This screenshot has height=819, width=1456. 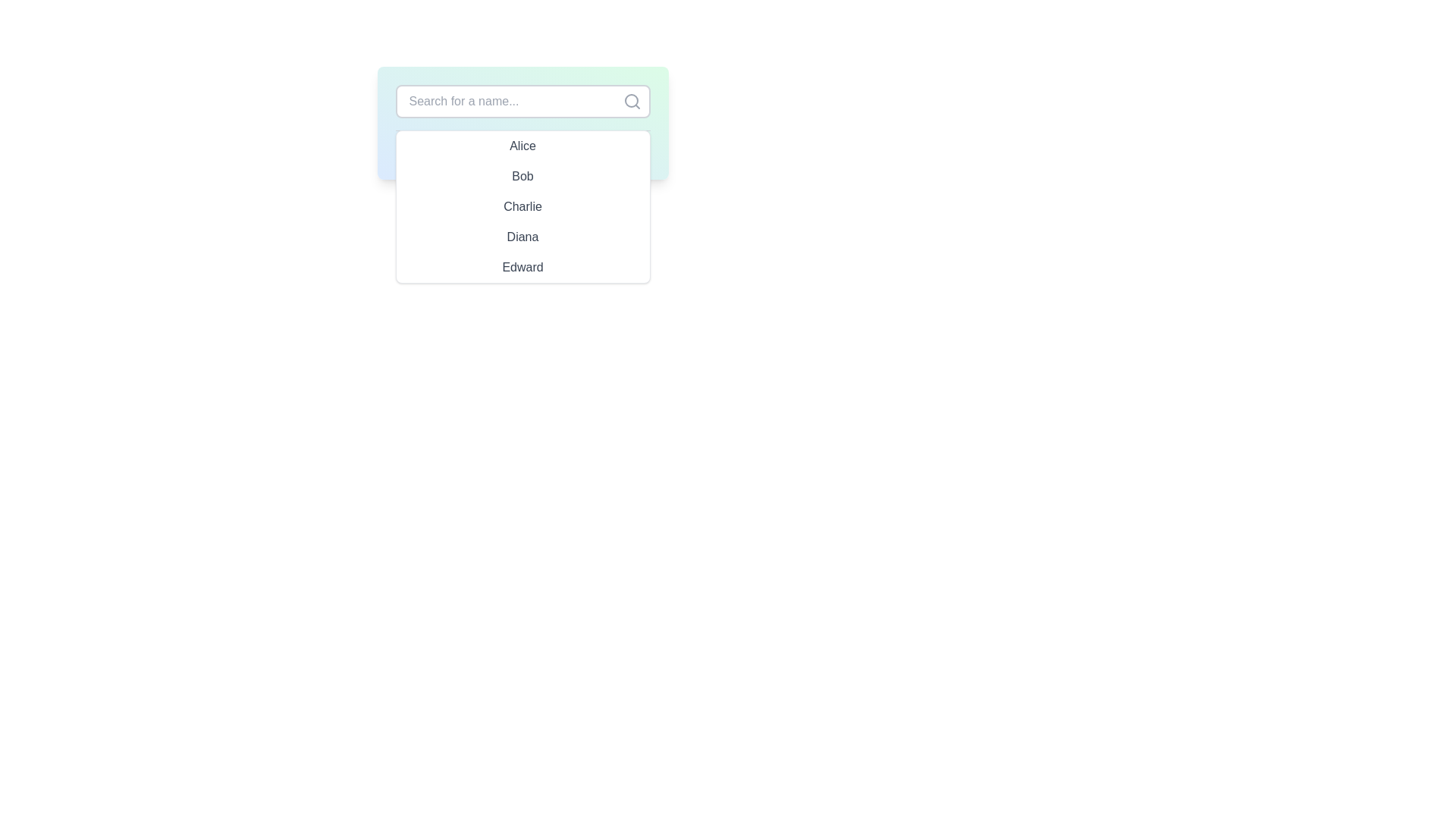 What do you see at coordinates (522, 237) in the screenshot?
I see `the fourth item in the dropdown menu` at bounding box center [522, 237].